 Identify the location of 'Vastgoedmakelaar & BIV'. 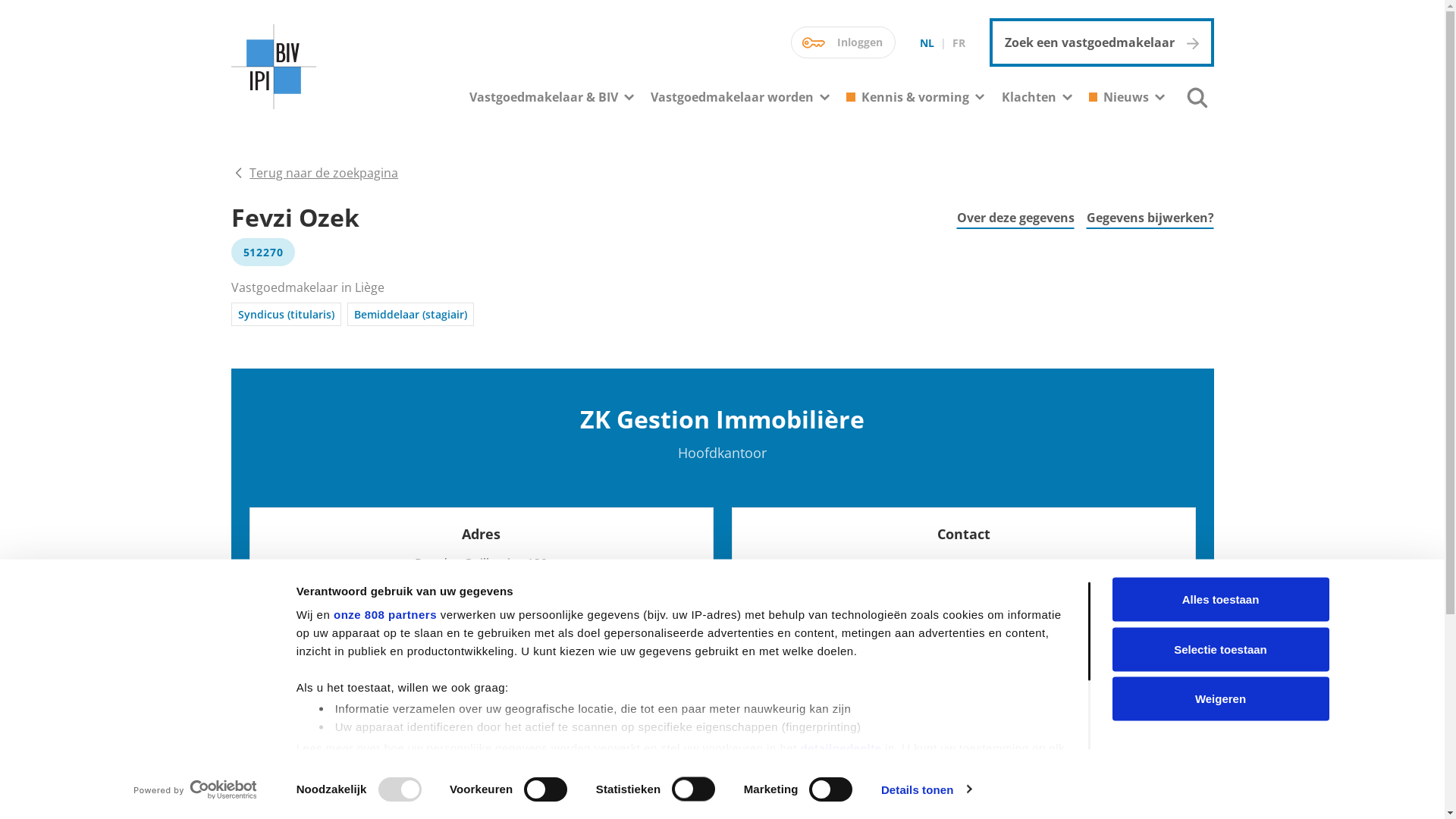
(543, 96).